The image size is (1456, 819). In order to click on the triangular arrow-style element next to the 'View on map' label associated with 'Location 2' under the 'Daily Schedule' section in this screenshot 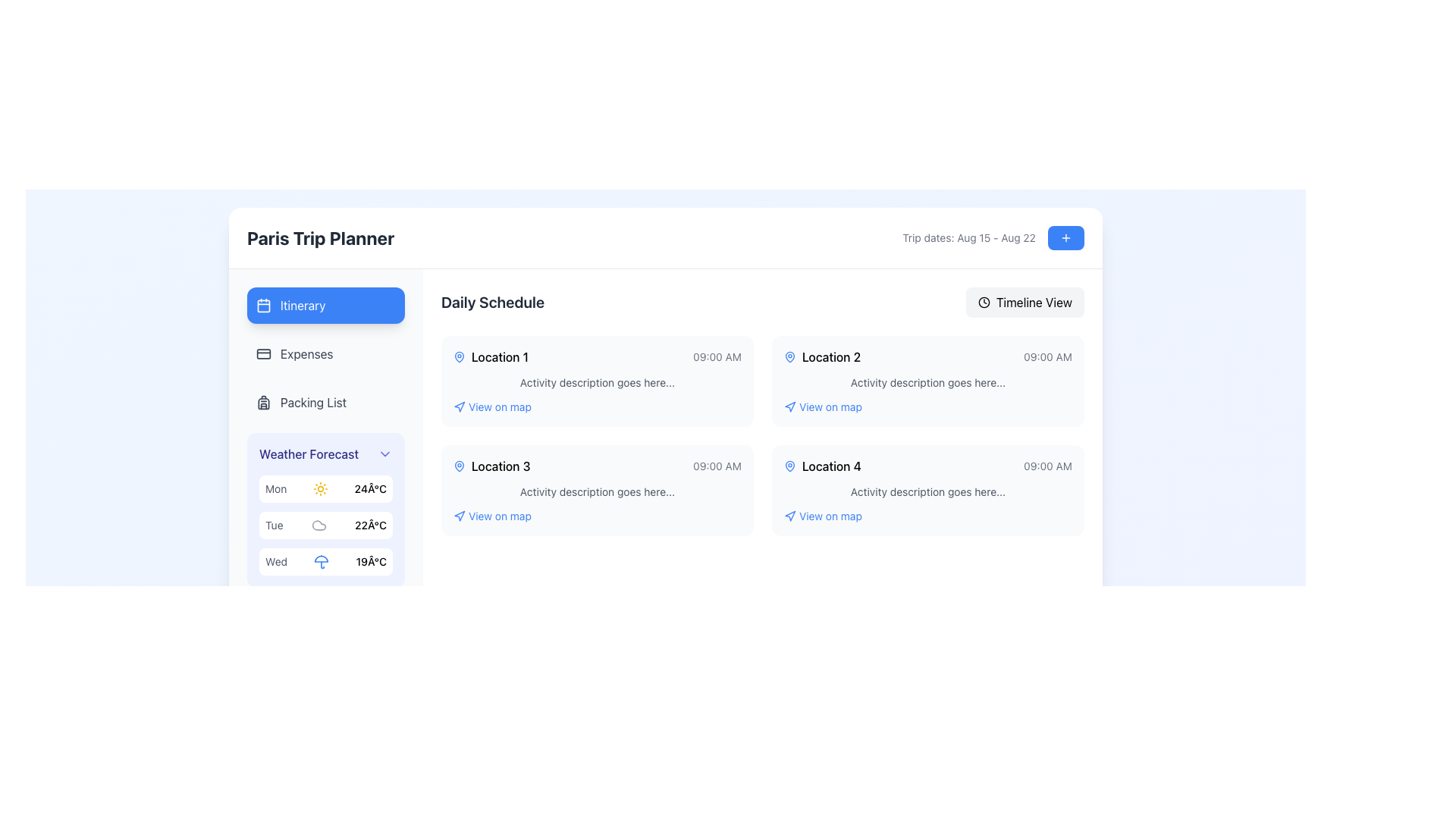, I will do `click(789, 515)`.